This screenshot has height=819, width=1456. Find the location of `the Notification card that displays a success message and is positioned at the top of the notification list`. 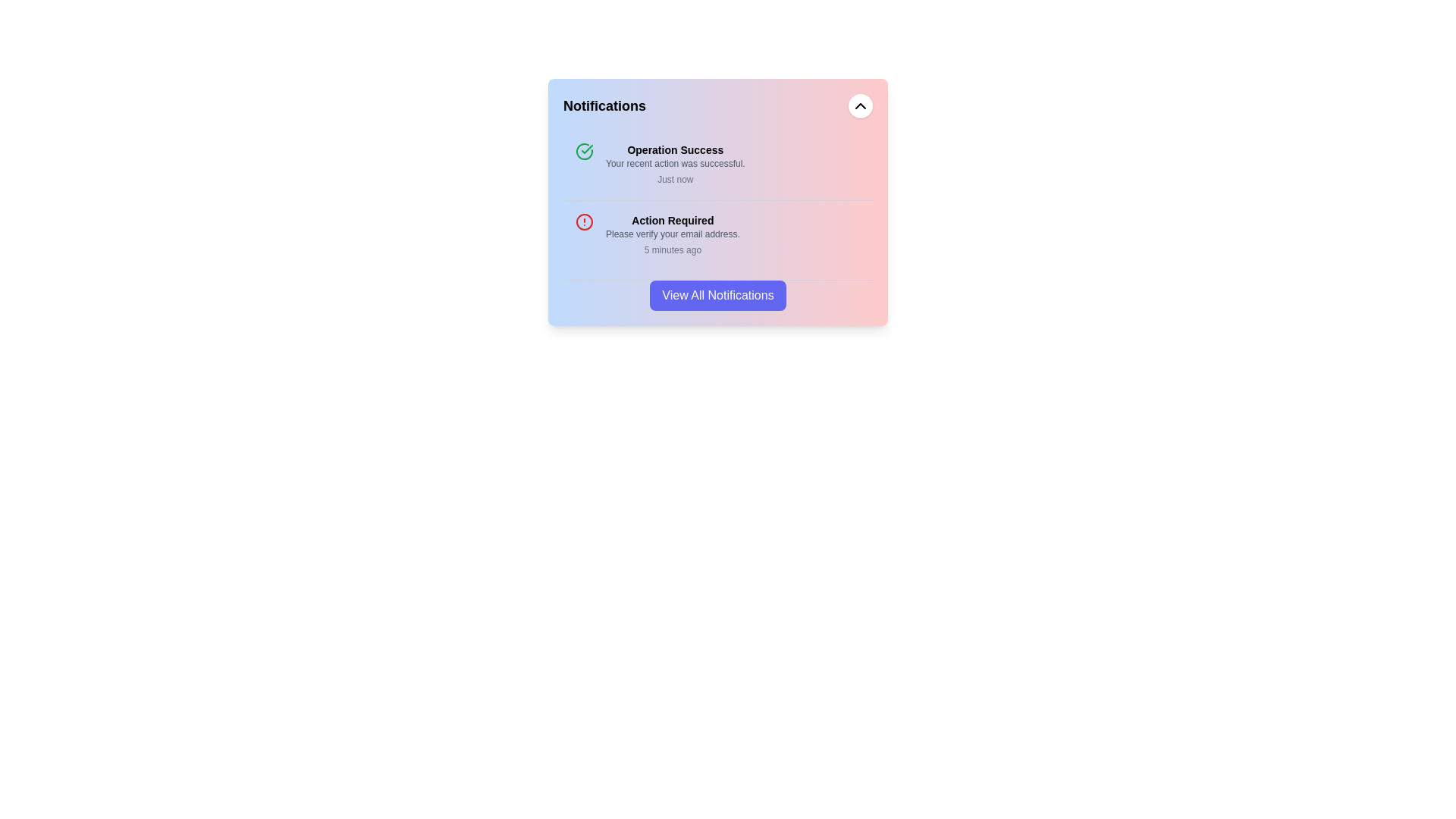

the Notification card that displays a success message and is positioned at the top of the notification list is located at coordinates (717, 165).